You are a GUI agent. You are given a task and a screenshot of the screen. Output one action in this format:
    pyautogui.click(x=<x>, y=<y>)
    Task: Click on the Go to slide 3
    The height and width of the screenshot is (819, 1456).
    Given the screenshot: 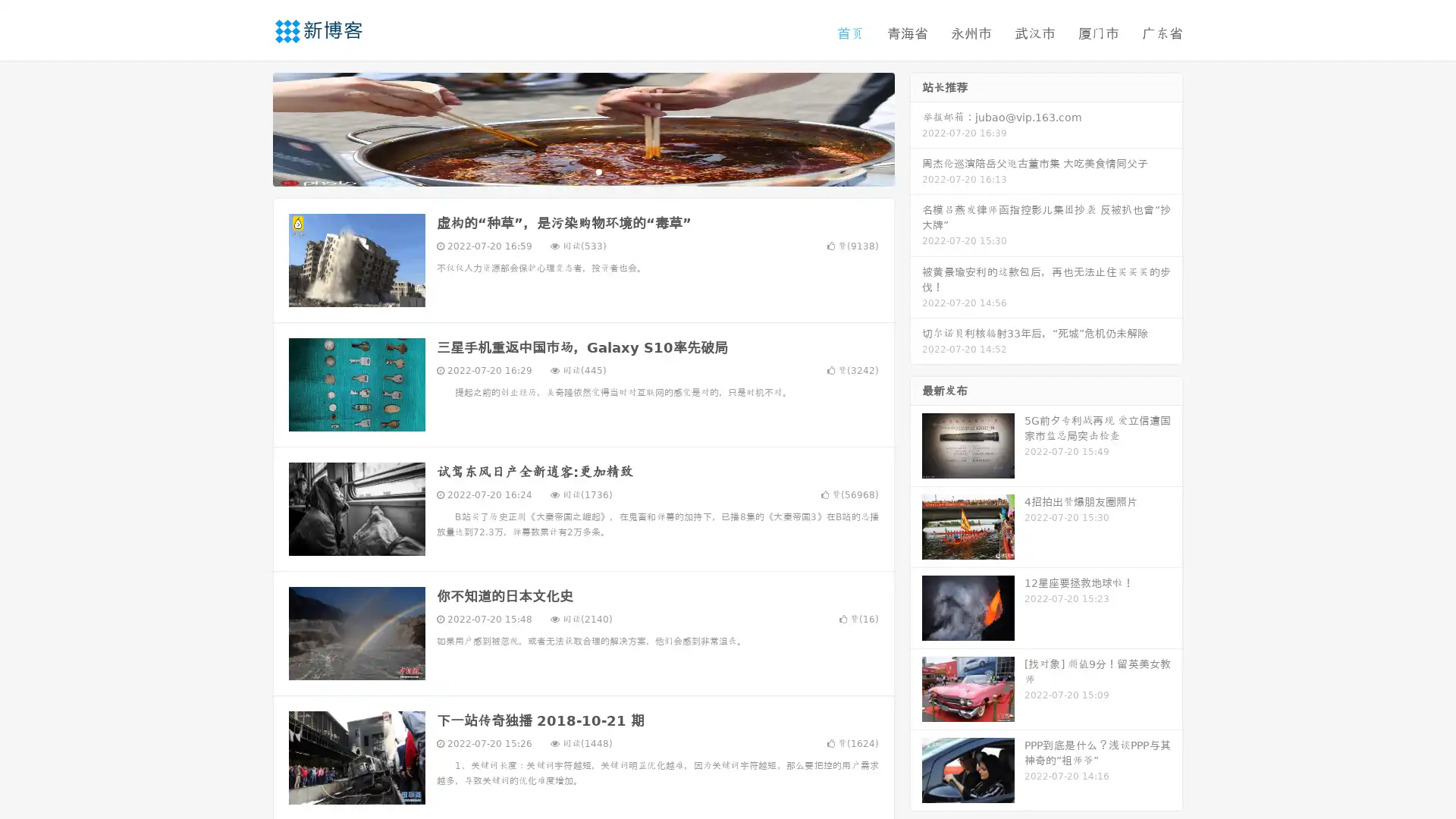 What is the action you would take?
    pyautogui.click(x=598, y=171)
    